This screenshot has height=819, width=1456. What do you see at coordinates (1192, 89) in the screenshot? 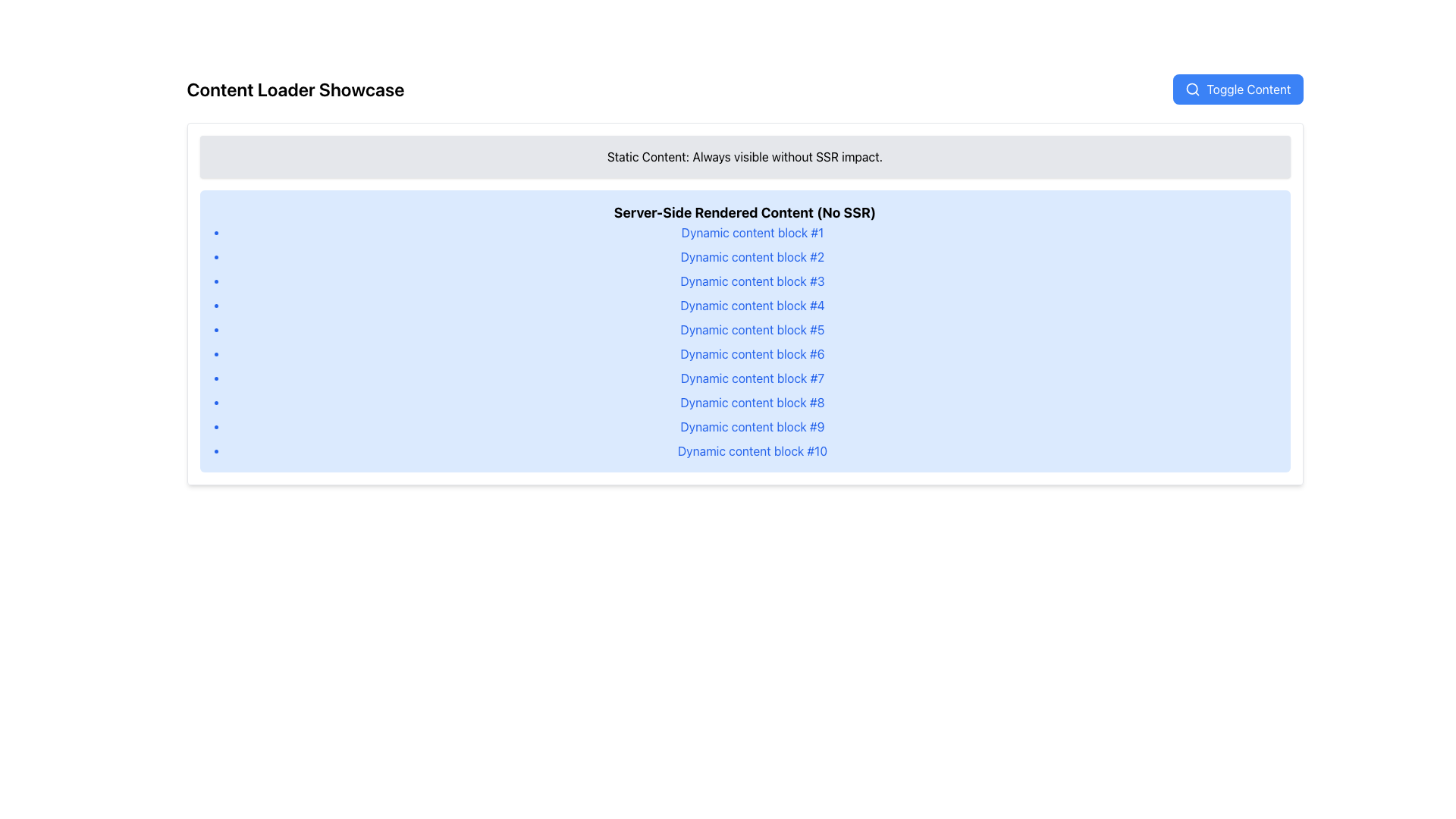
I see `the search icon located to the left of the text in the 'Toggle Content' button in the top-right region of the interface` at bounding box center [1192, 89].